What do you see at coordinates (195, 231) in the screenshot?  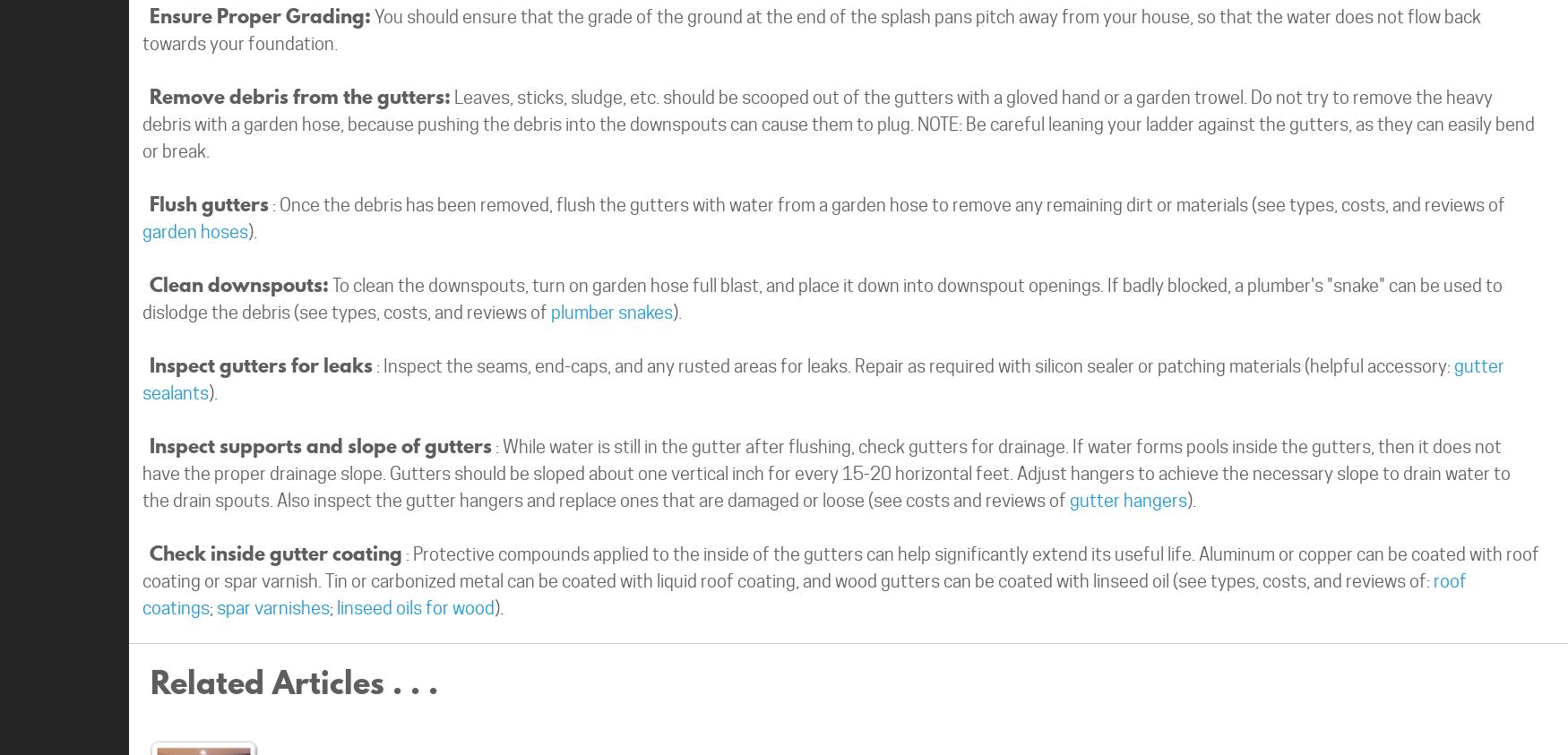 I see `'garden hoses'` at bounding box center [195, 231].